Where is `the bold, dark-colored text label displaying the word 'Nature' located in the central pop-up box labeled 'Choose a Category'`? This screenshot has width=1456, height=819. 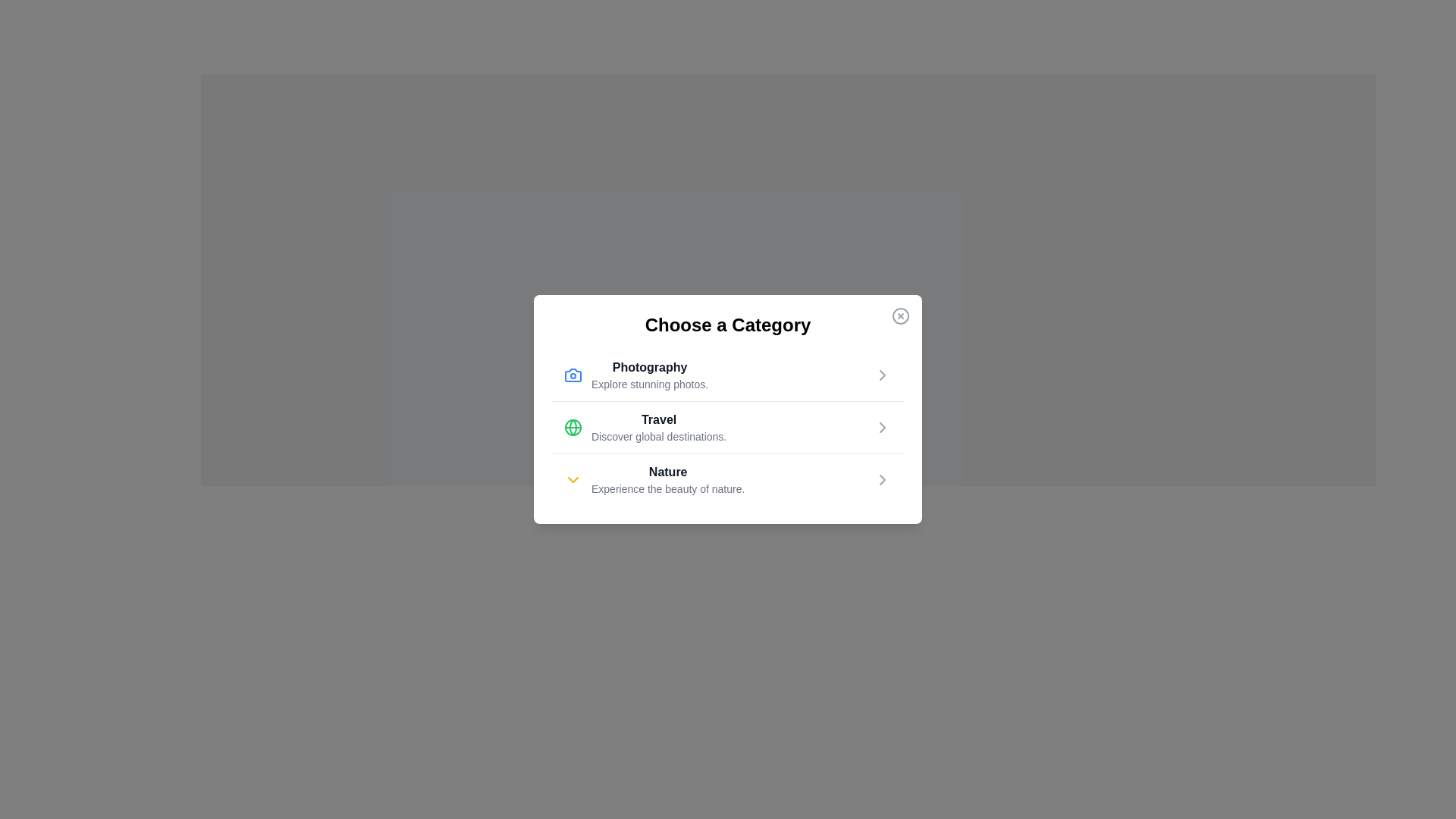
the bold, dark-colored text label displaying the word 'Nature' located in the central pop-up box labeled 'Choose a Category' is located at coordinates (667, 472).